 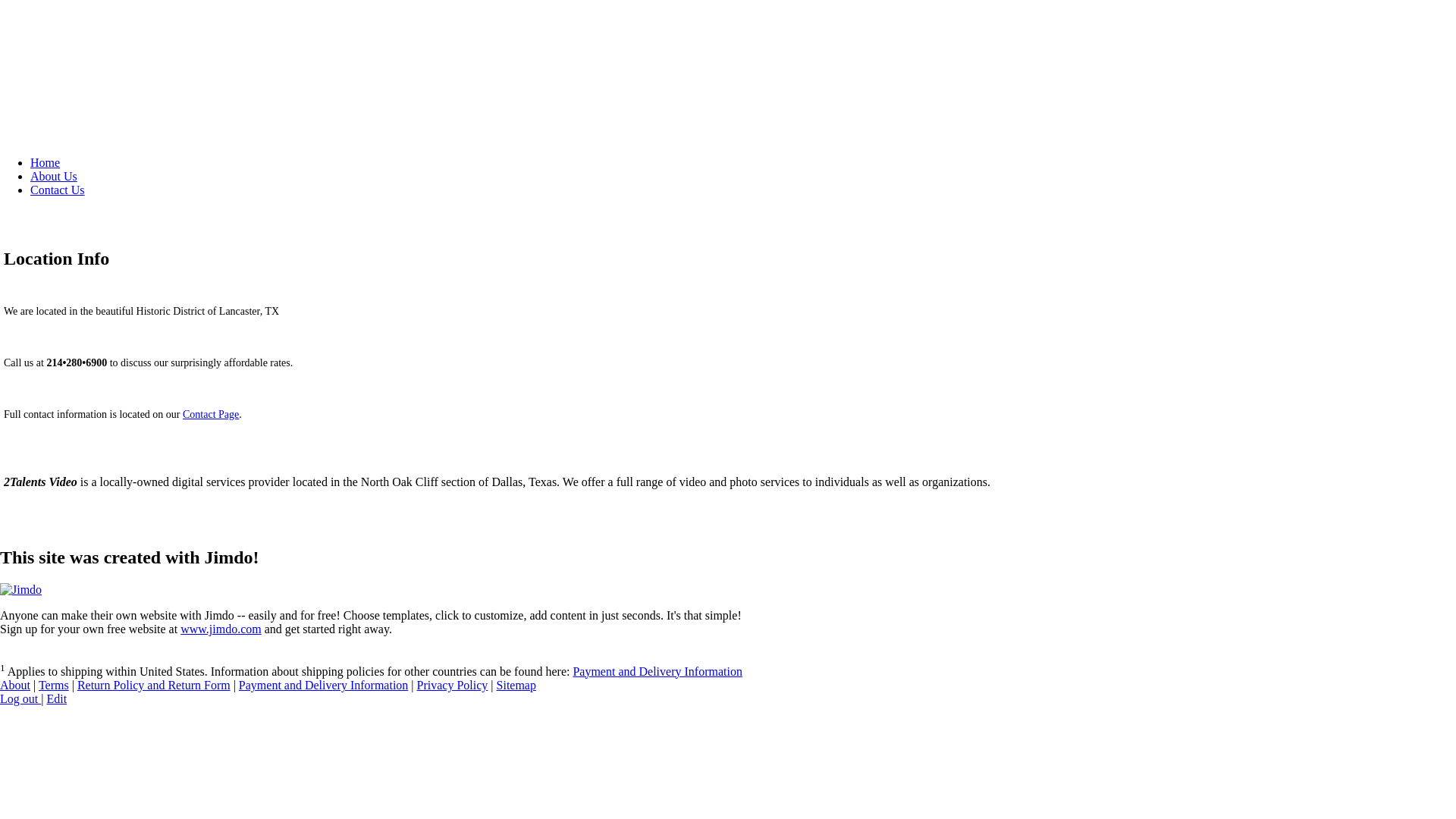 I want to click on 'Edit', so click(x=46, y=698).